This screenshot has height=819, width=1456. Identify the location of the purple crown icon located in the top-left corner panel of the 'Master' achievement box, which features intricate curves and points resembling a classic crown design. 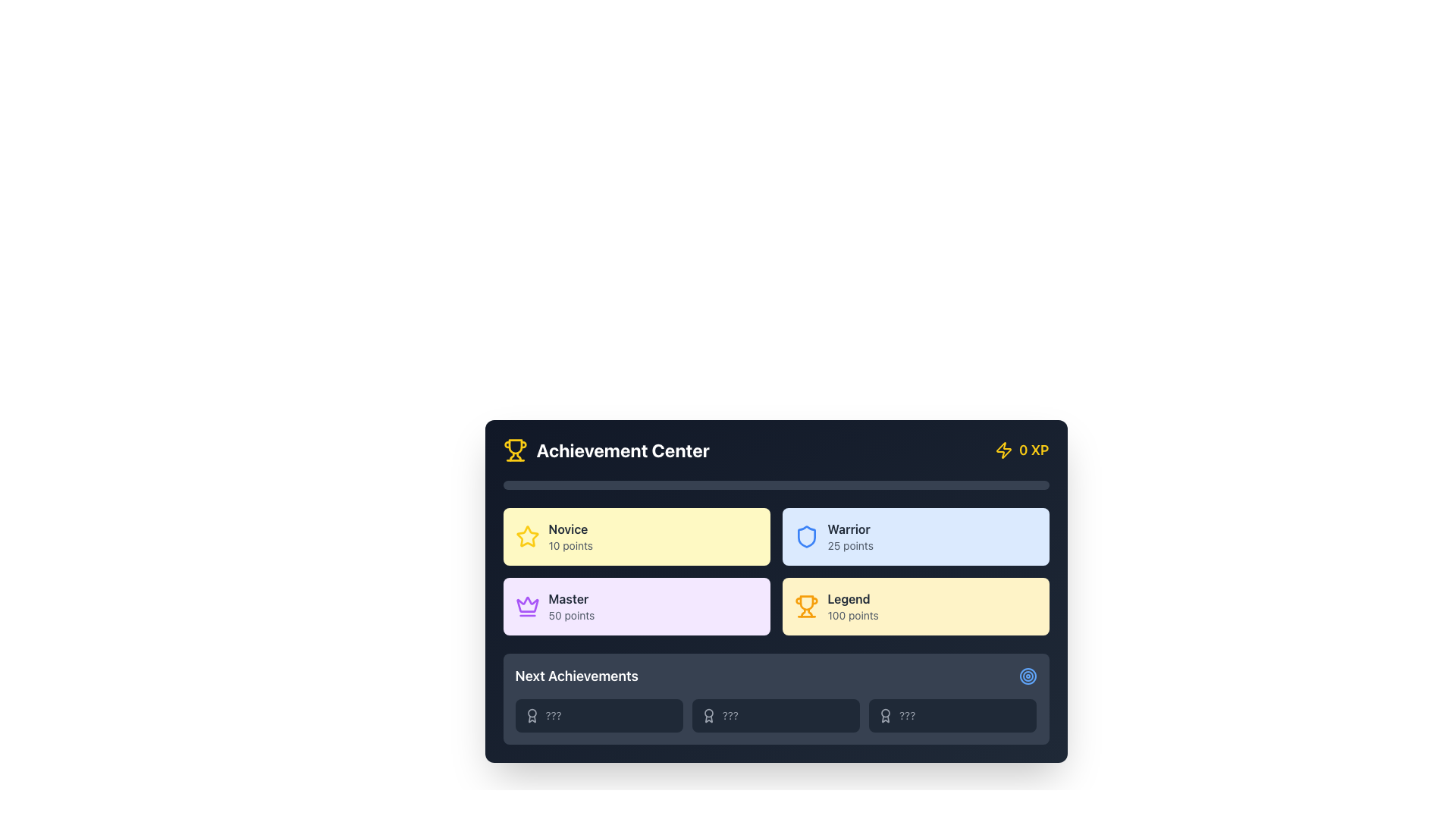
(527, 604).